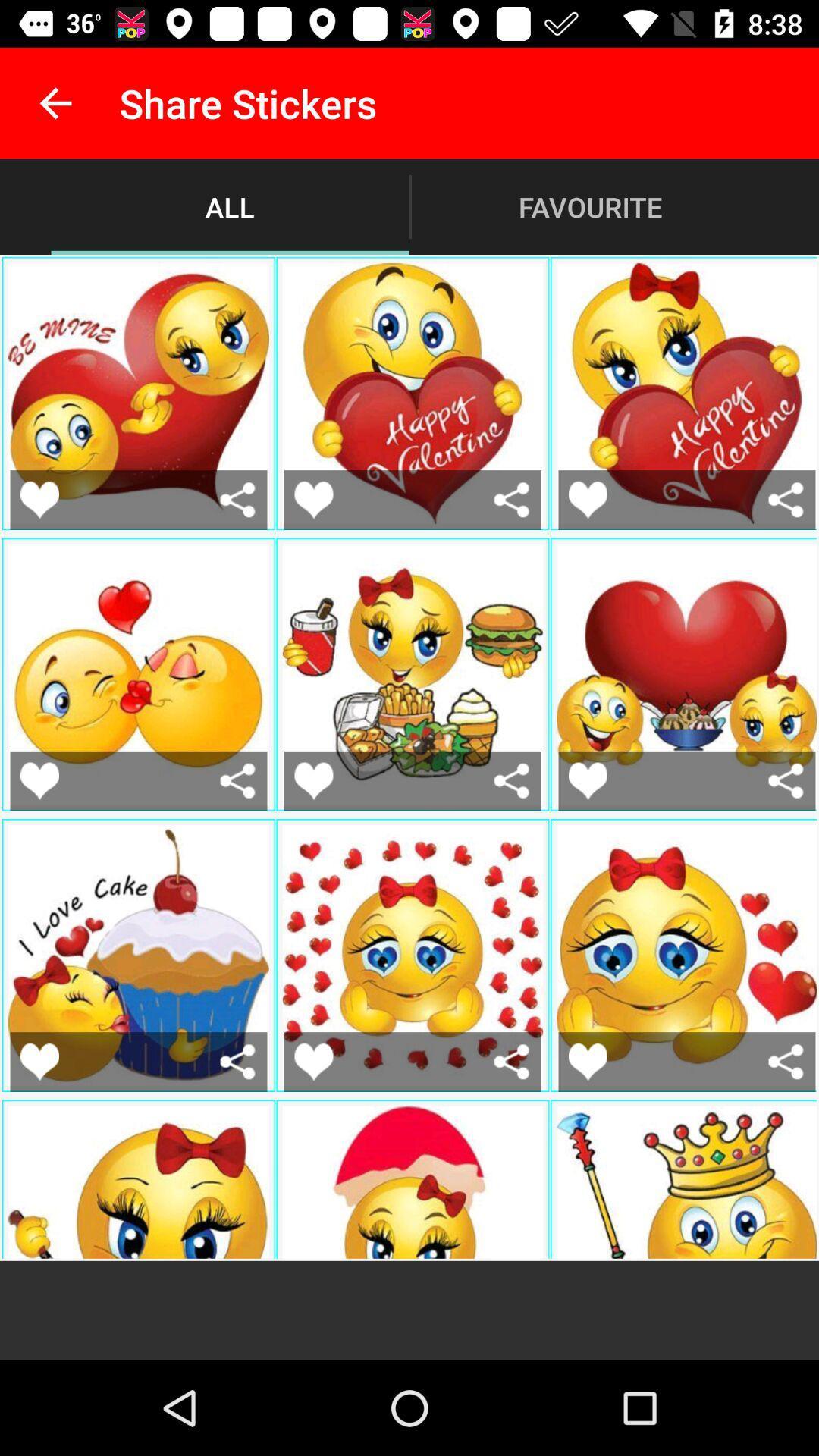 Image resolution: width=819 pixels, height=1456 pixels. I want to click on the emoji with fast food sticker, so click(312, 780).